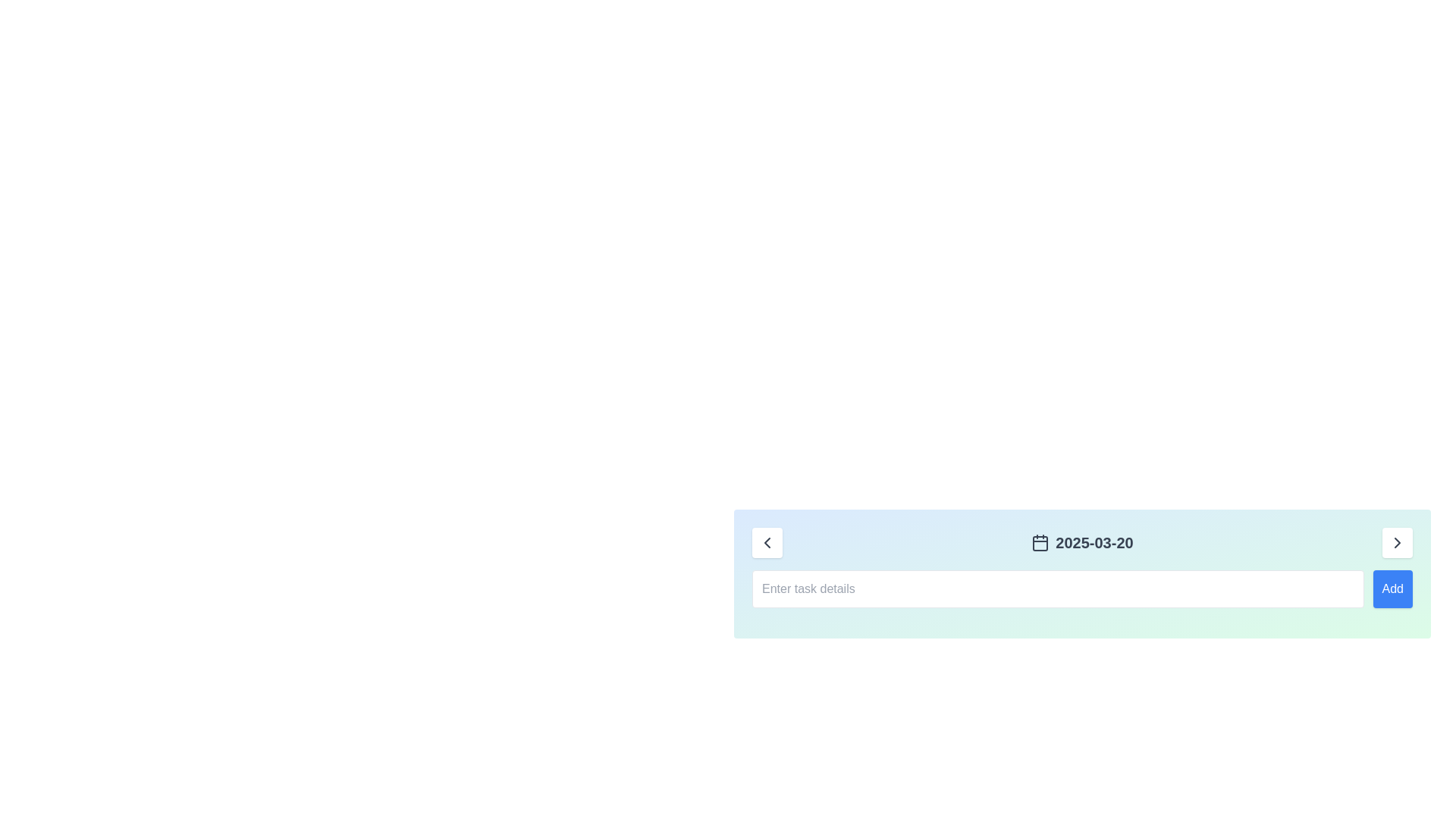 This screenshot has width=1456, height=819. Describe the element at coordinates (1040, 542) in the screenshot. I see `the calendar icon located immediately to the left of the text '2025-03-20'` at that location.